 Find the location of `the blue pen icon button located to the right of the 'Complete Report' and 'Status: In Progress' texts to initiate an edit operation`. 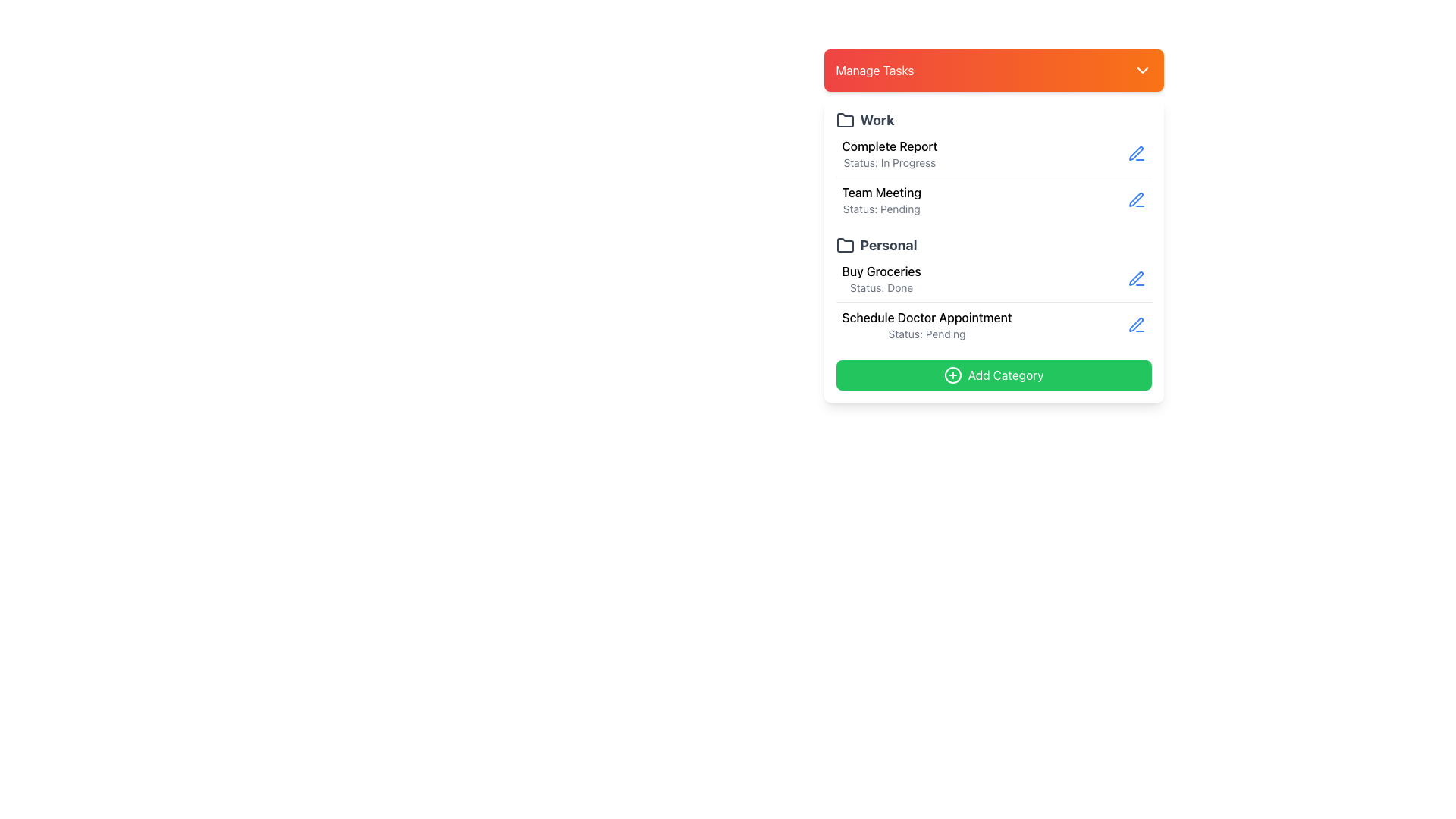

the blue pen icon button located to the right of the 'Complete Report' and 'Status: In Progress' texts to initiate an edit operation is located at coordinates (1136, 154).